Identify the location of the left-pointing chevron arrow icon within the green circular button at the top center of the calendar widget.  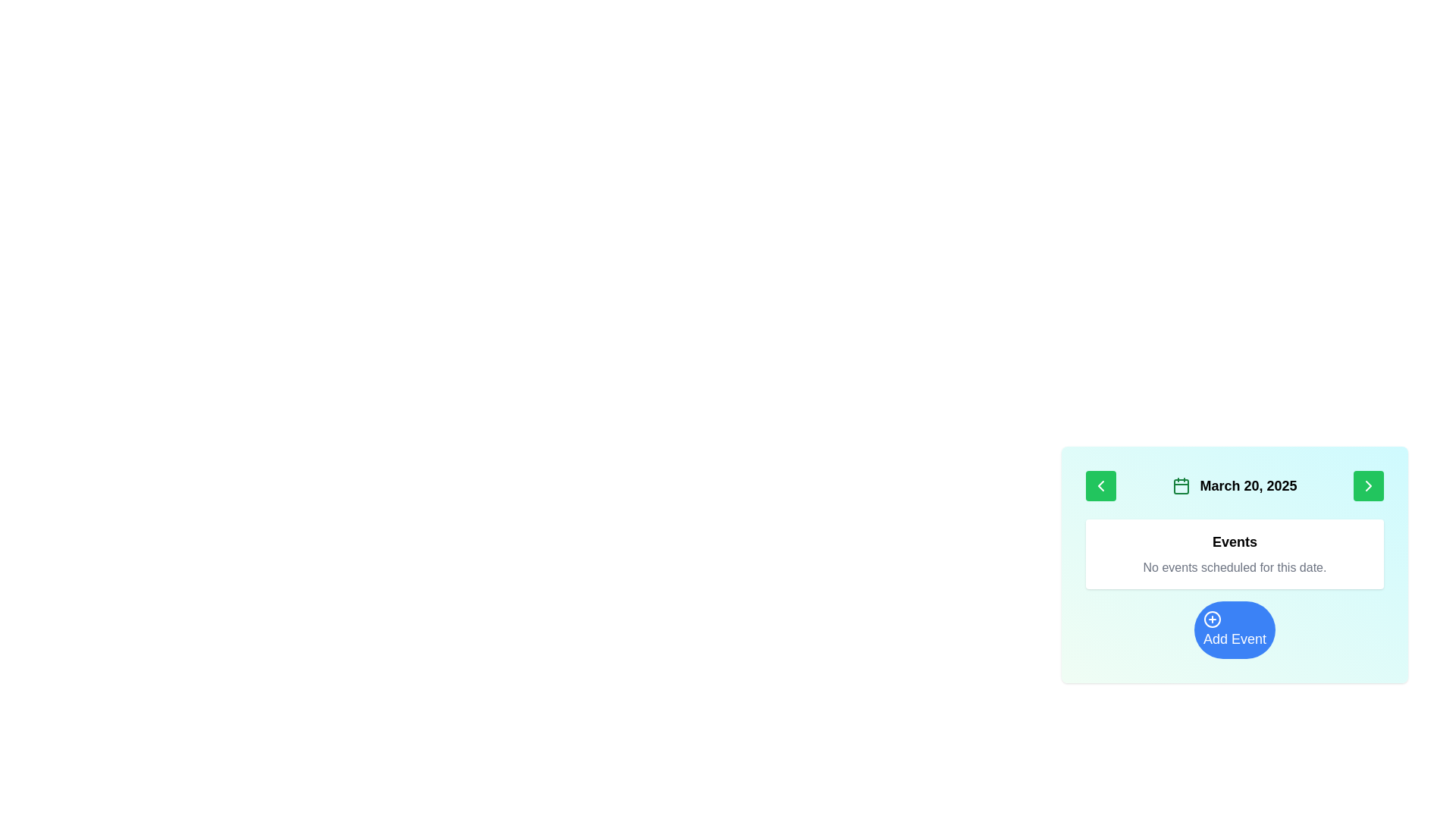
(1100, 485).